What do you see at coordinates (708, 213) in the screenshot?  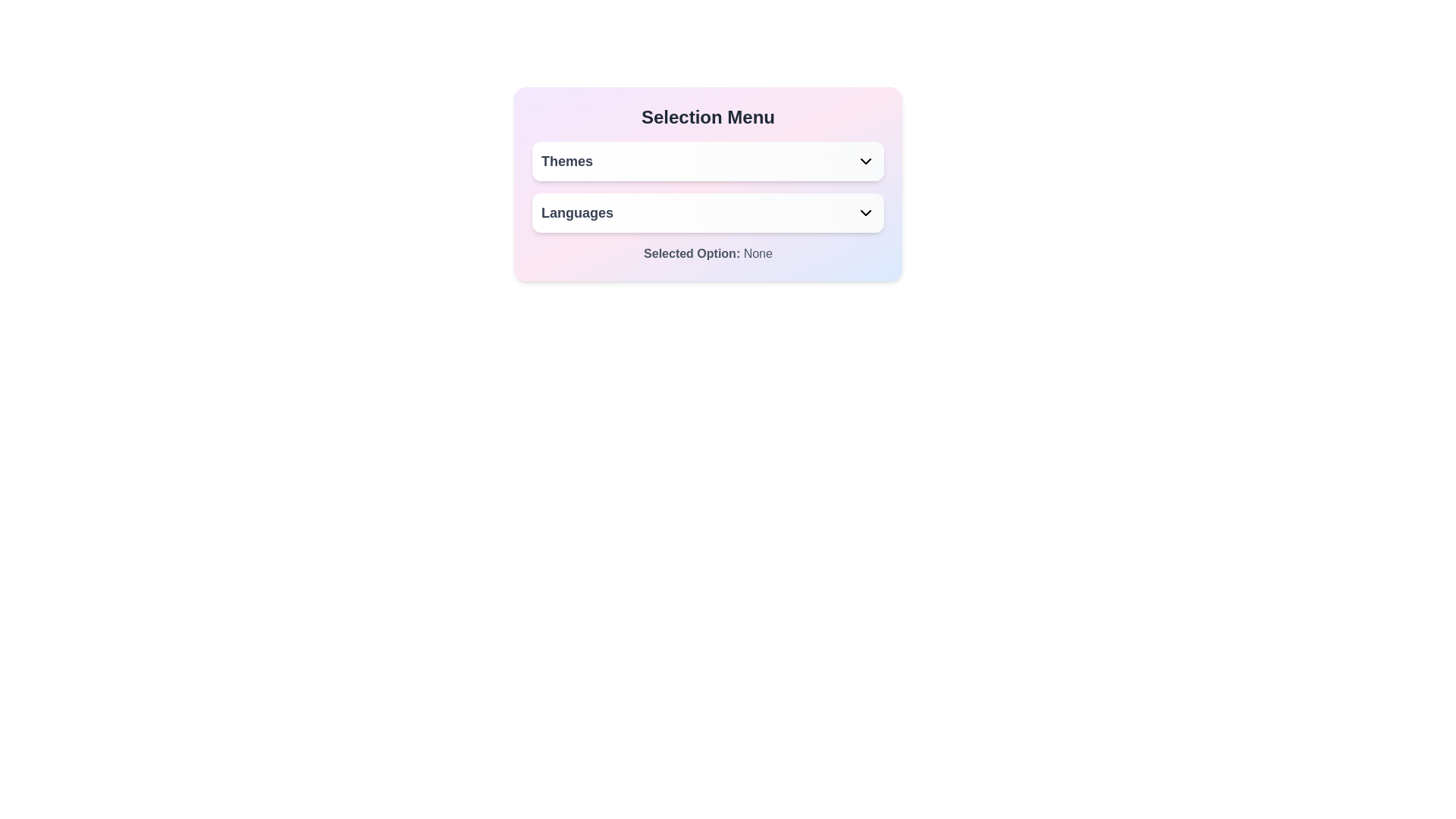 I see `the Dropdown trigger located in the 'Selection Menu' panel` at bounding box center [708, 213].